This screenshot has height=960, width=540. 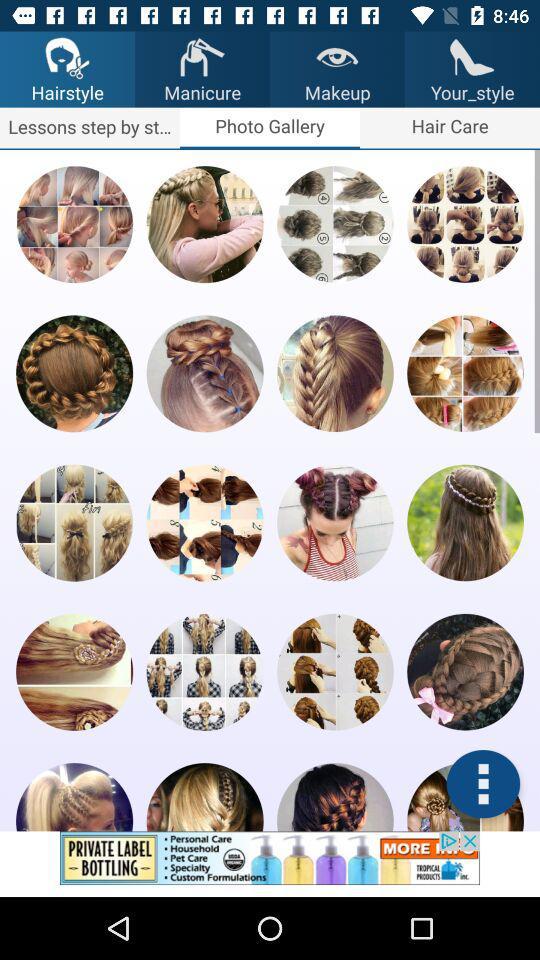 What do you see at coordinates (335, 224) in the screenshot?
I see `the photo` at bounding box center [335, 224].